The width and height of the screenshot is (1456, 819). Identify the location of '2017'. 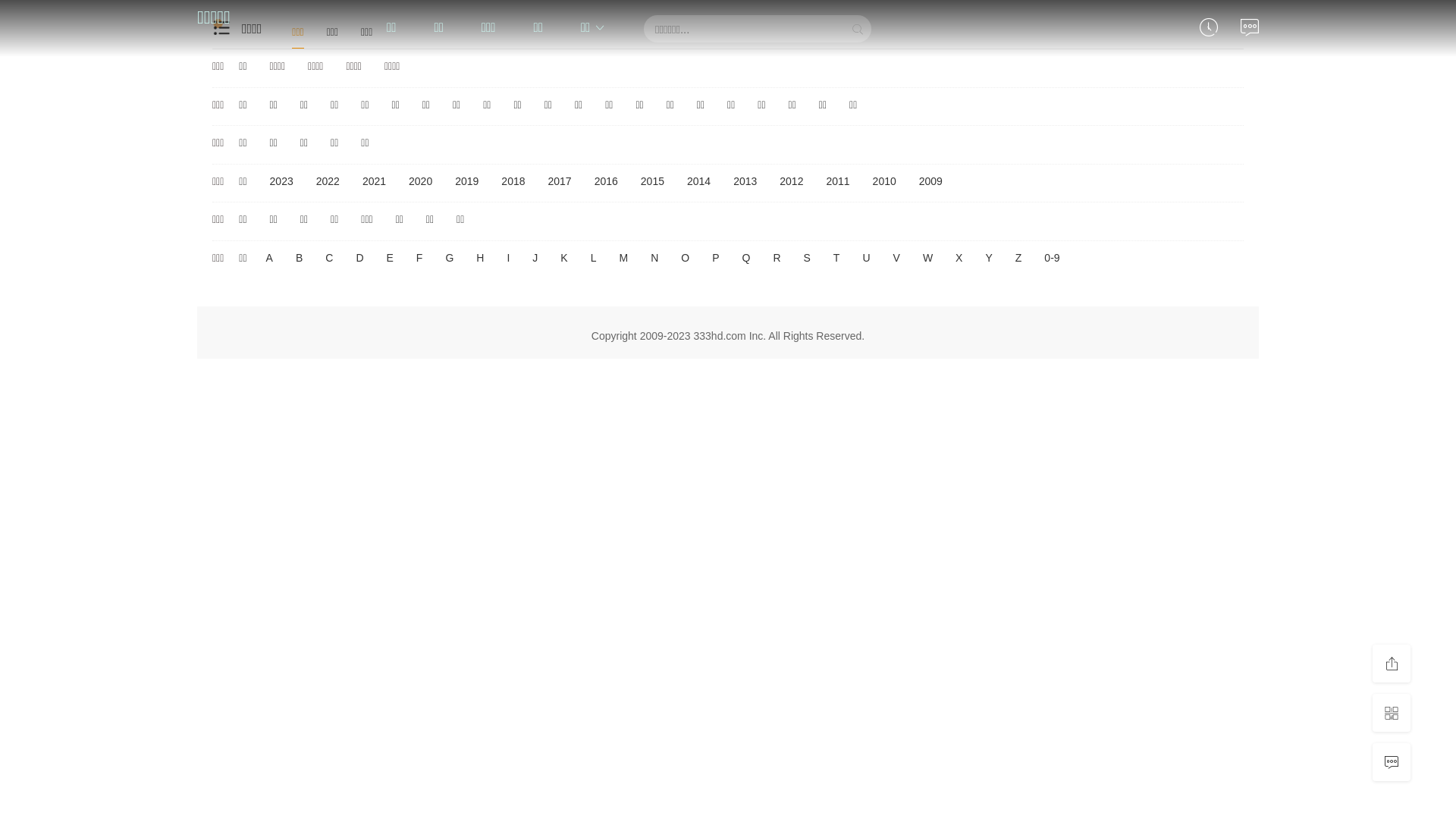
(559, 180).